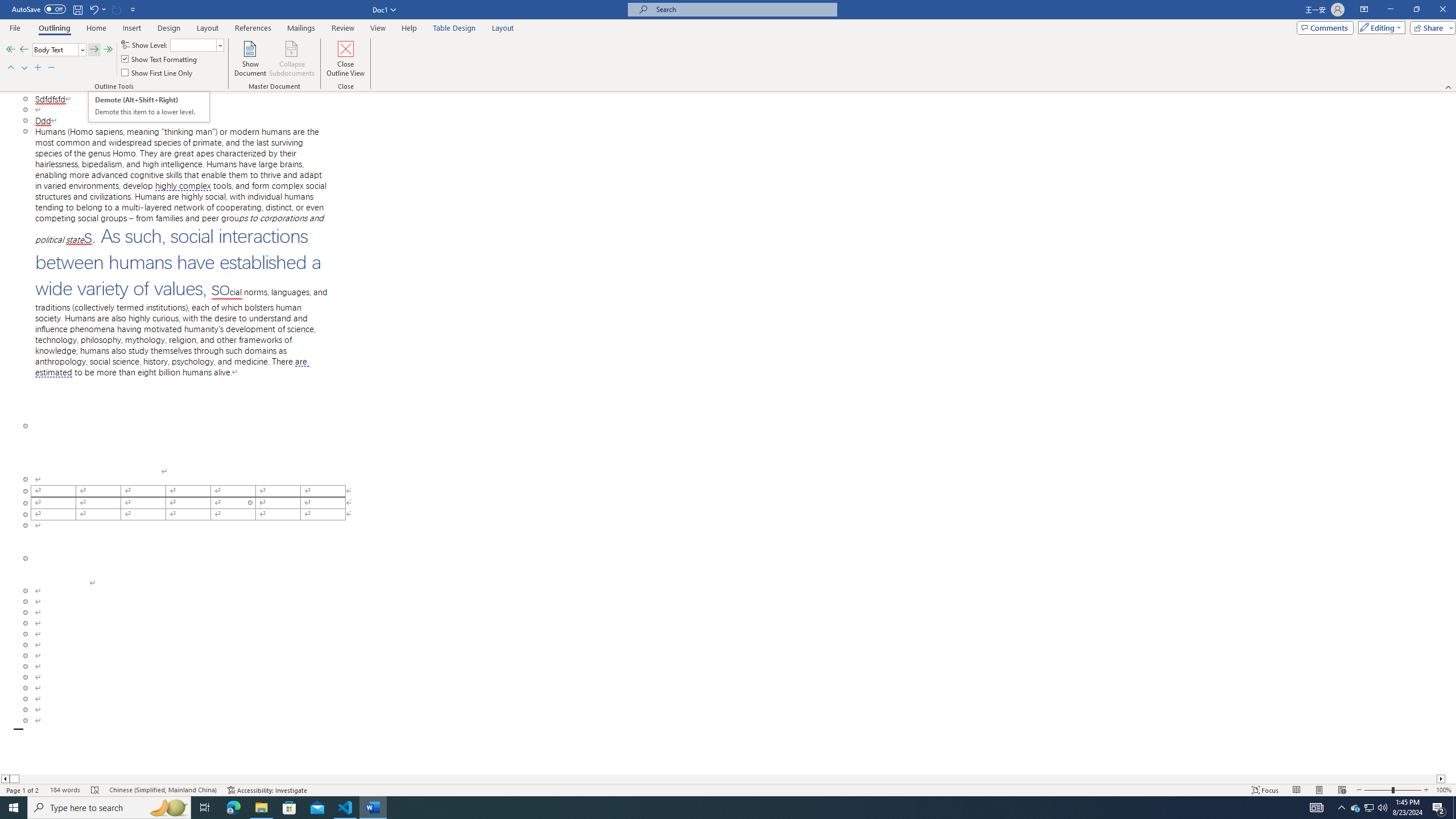  I want to click on 'Show Document', so click(250, 59).